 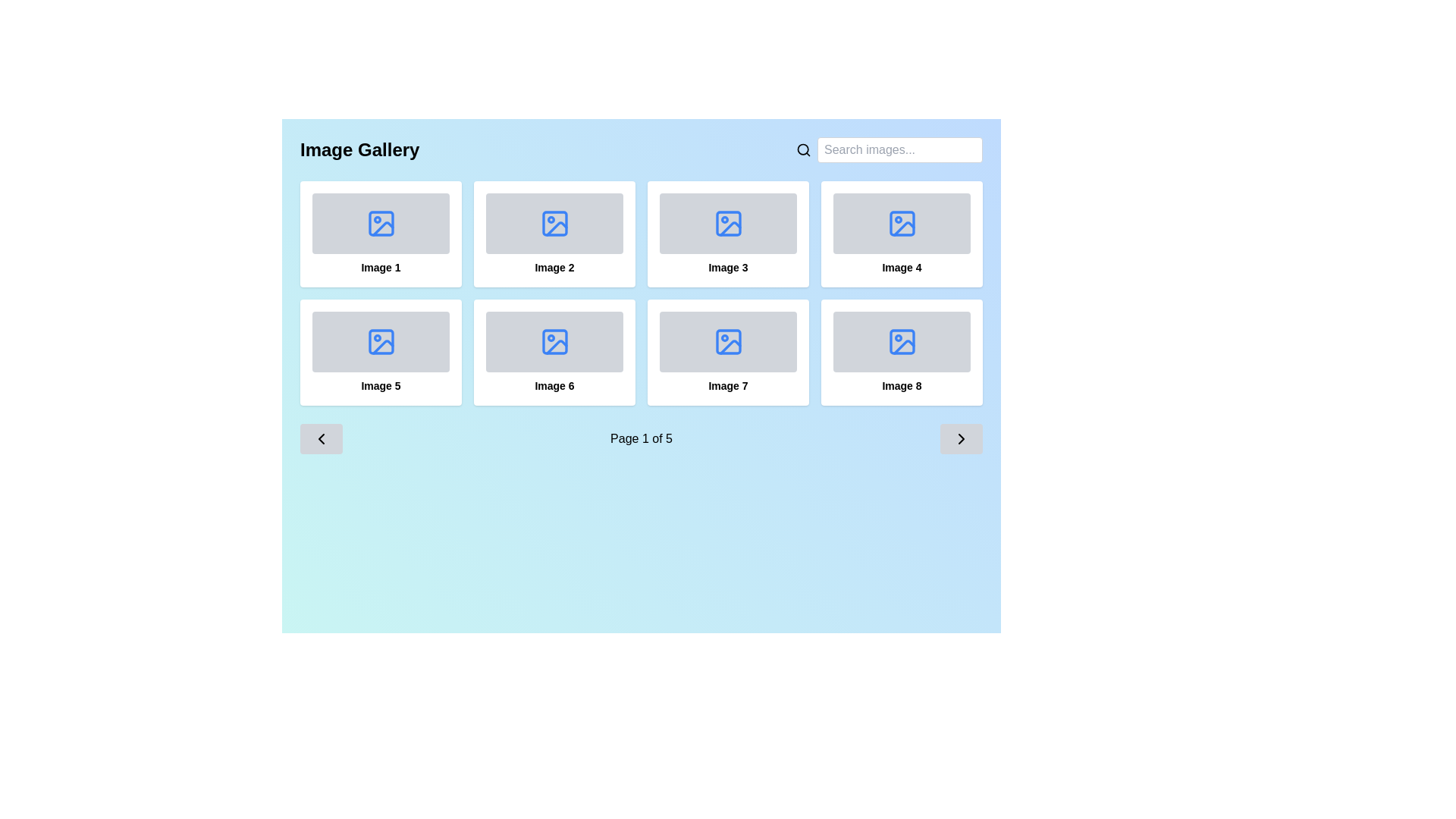 I want to click on the text label displaying 'Image 5', which is centrally aligned below a gray placeholder area representing an image, so click(x=381, y=385).